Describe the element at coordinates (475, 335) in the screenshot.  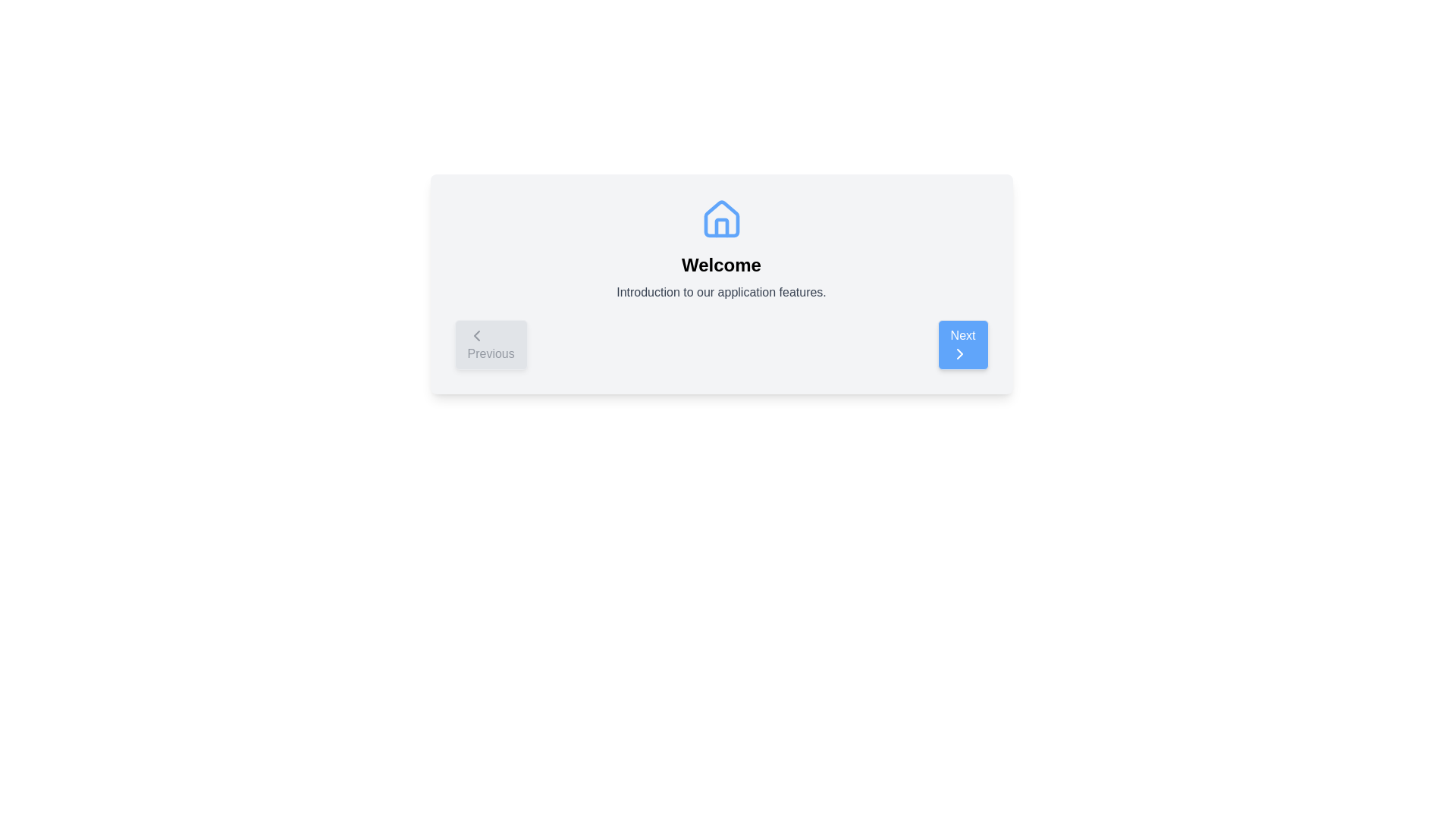
I see `the 'Previous' button which contains a left-facing gray chevron arrow icon for navigation` at that location.